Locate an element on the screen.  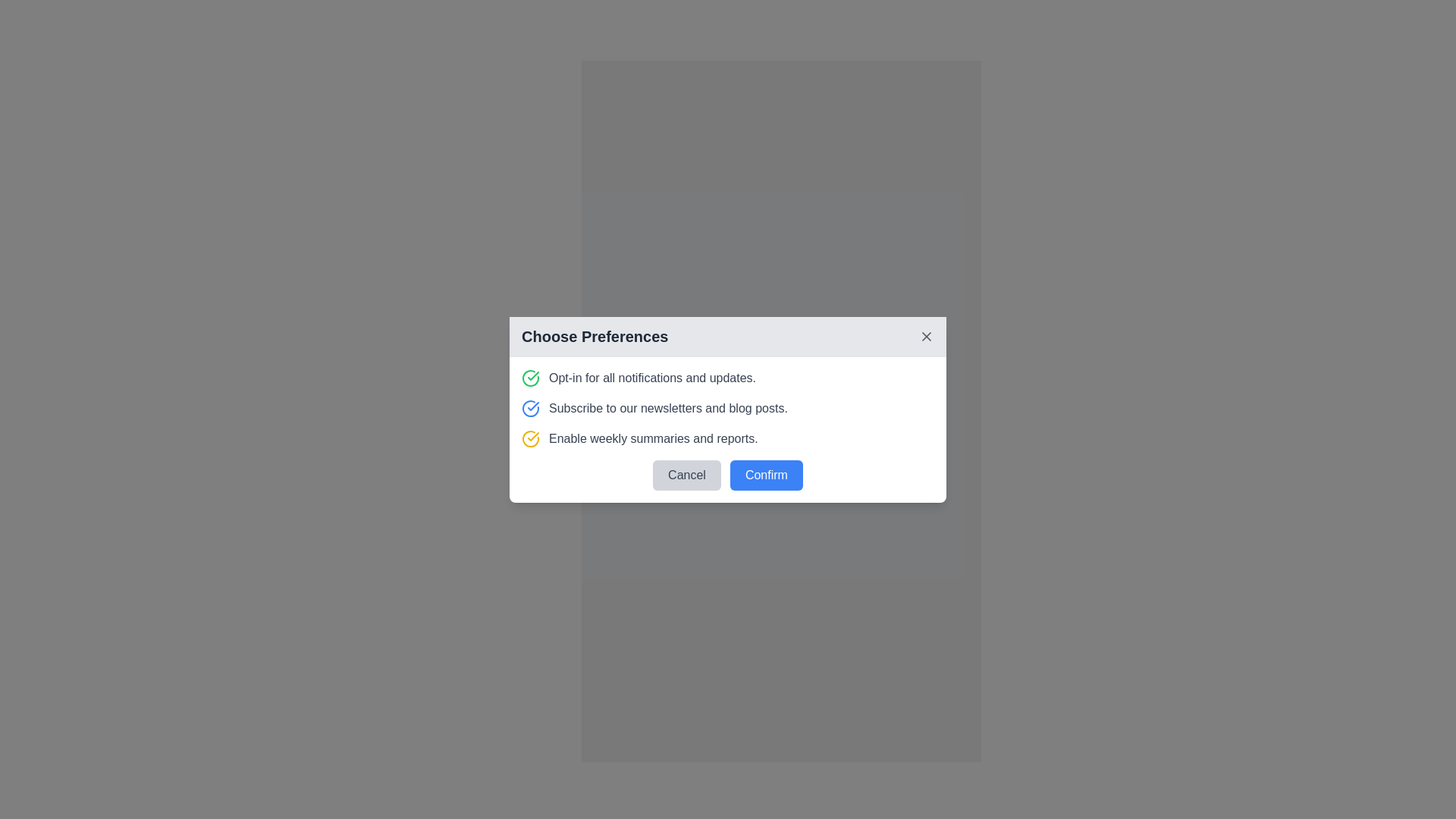
the close button icon located at the top-right corner of the 'Choose Preferences' dialog box is located at coordinates (926, 335).